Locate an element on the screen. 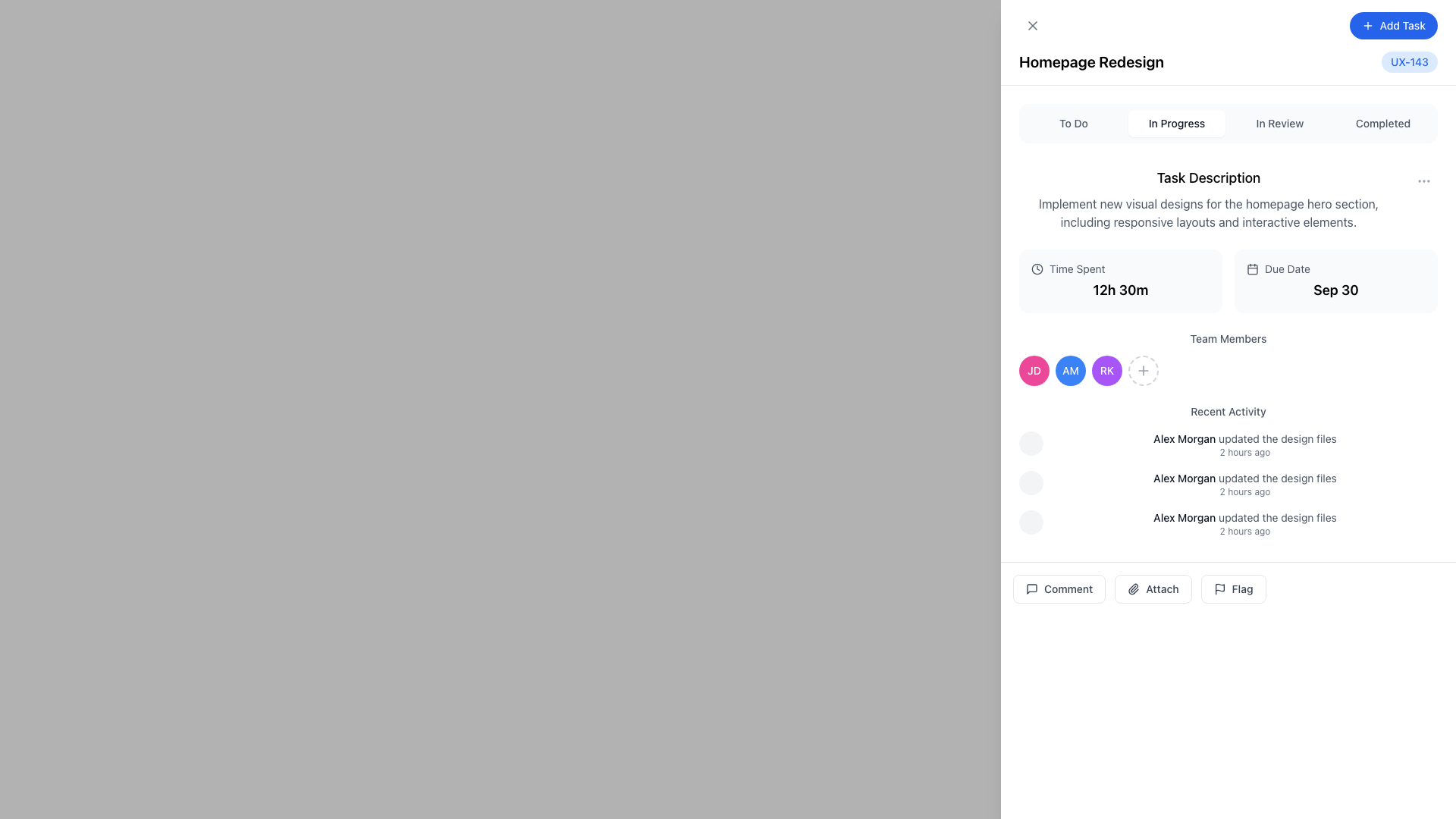 This screenshot has width=1456, height=819. the Text Label element displaying 'Alex Morgan updated the design files' located in the 'Recent Activity' section is located at coordinates (1244, 516).